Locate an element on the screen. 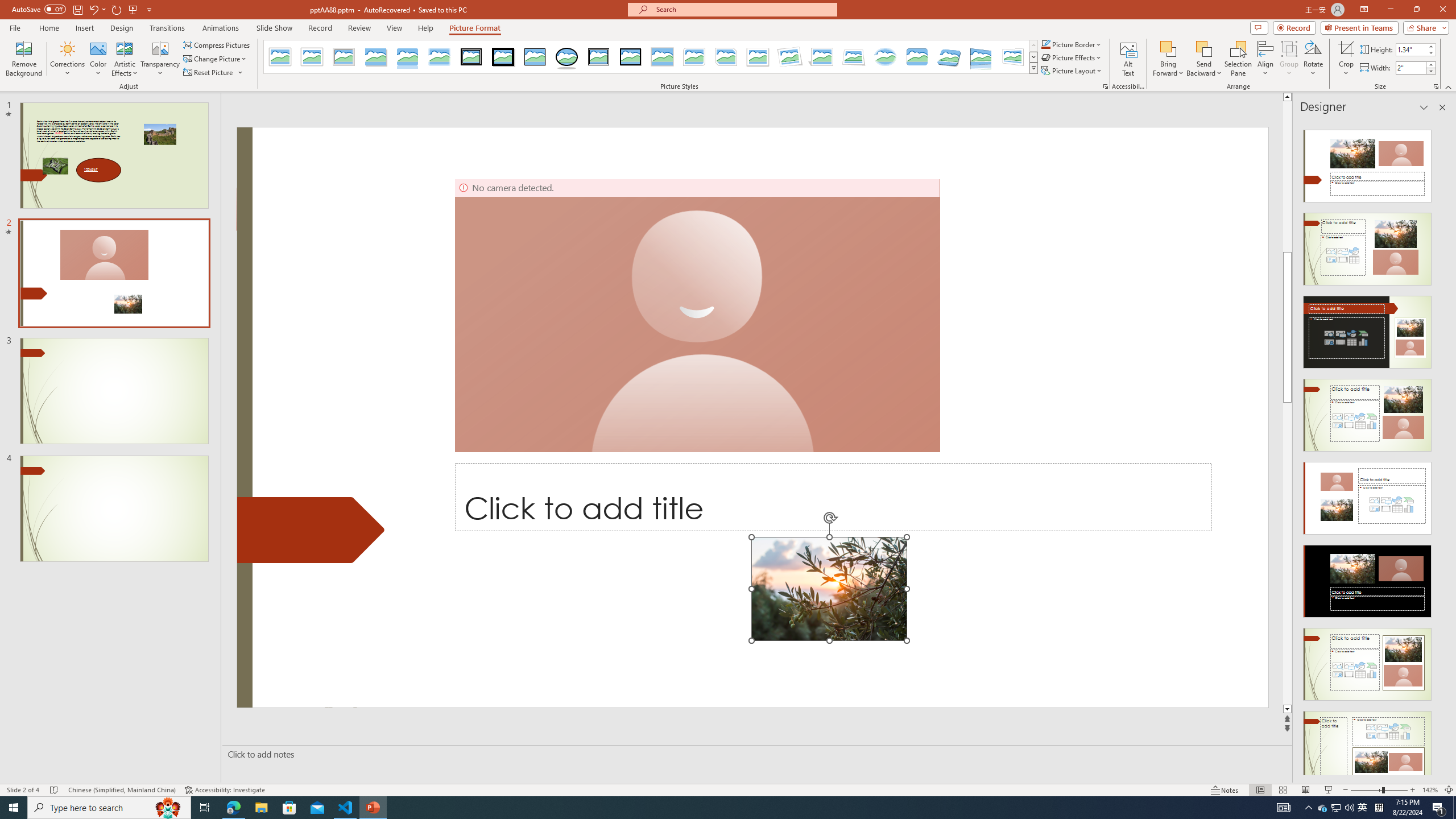 The width and height of the screenshot is (1456, 819). 'Rotate' is located at coordinates (1313, 59).